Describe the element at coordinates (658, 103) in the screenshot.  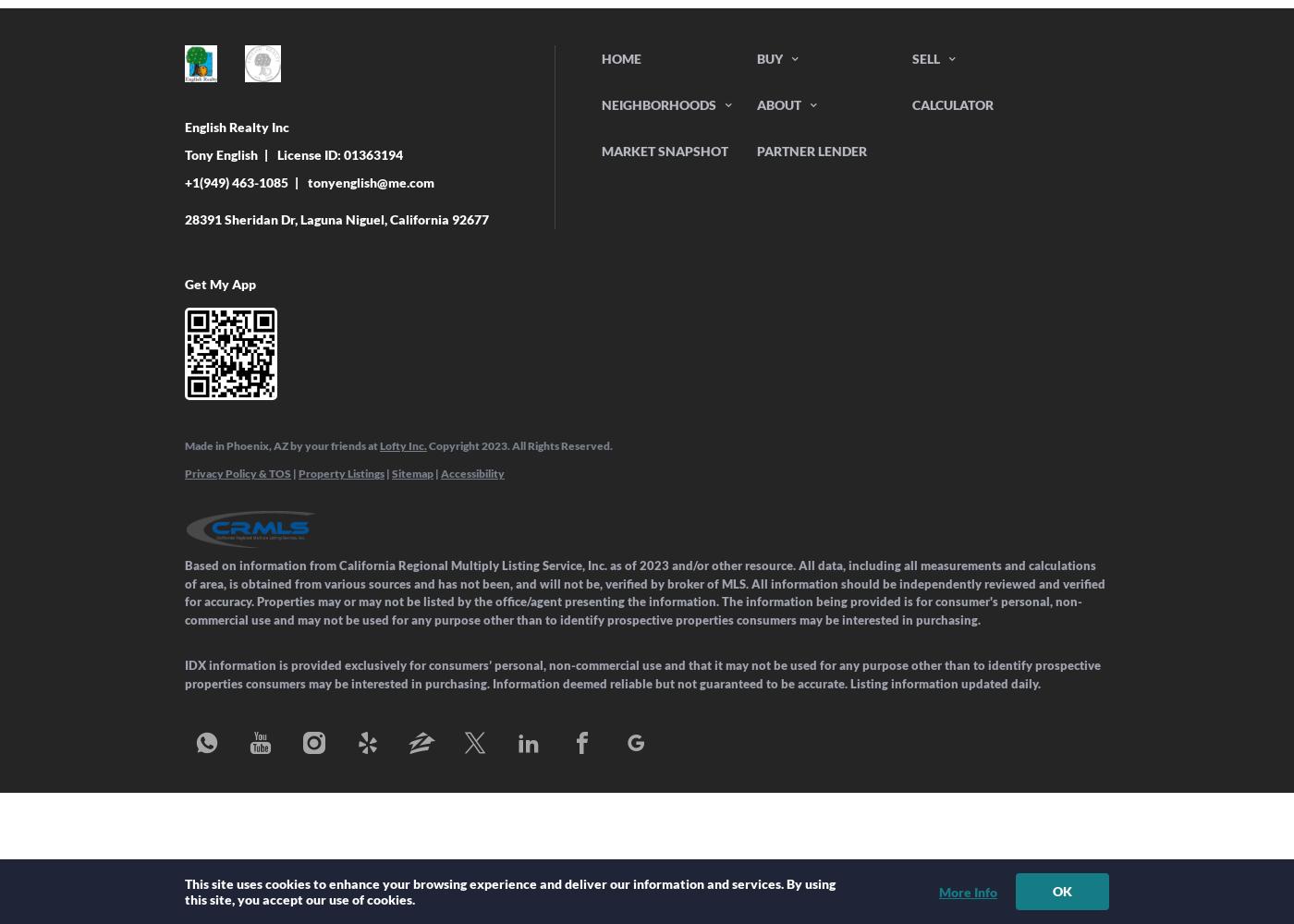
I see `'Neighborhoods'` at that location.